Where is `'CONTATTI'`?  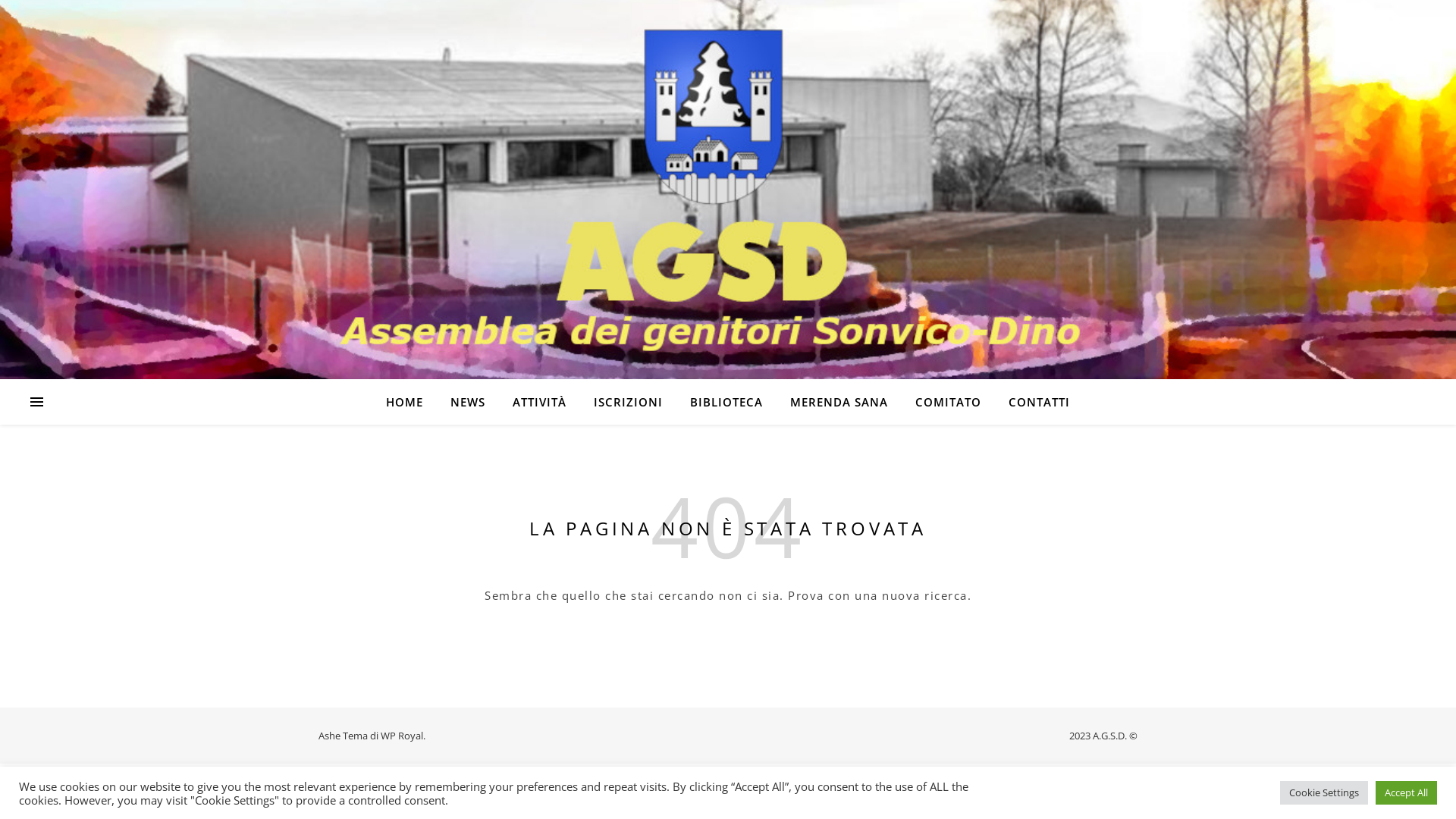 'CONTATTI' is located at coordinates (1032, 400).